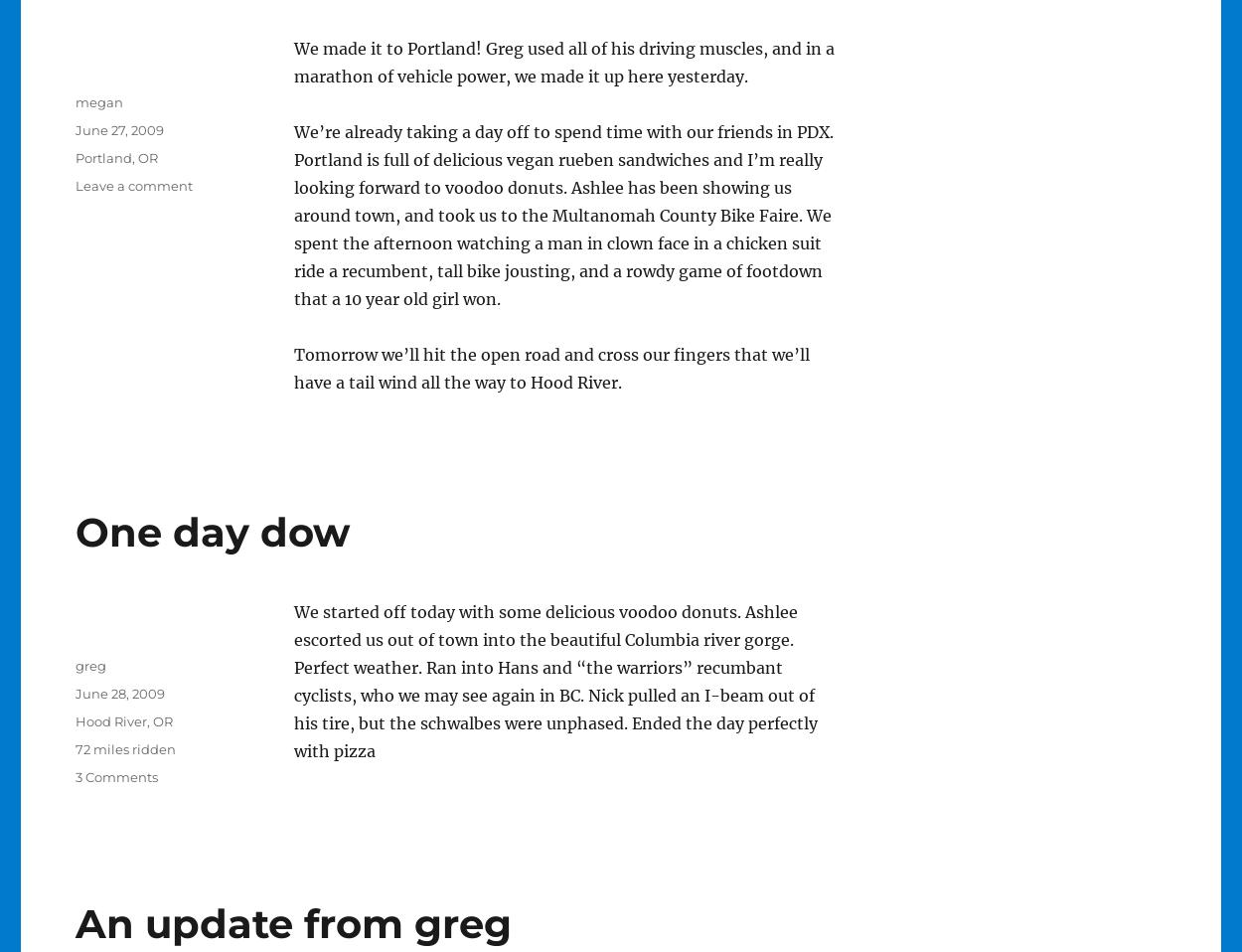 This screenshot has height=952, width=1242. What do you see at coordinates (550, 368) in the screenshot?
I see `'Tomorrow we’ll hit the open road and cross our fingers that we’ll have a tail wind all the way to Hood River.'` at bounding box center [550, 368].